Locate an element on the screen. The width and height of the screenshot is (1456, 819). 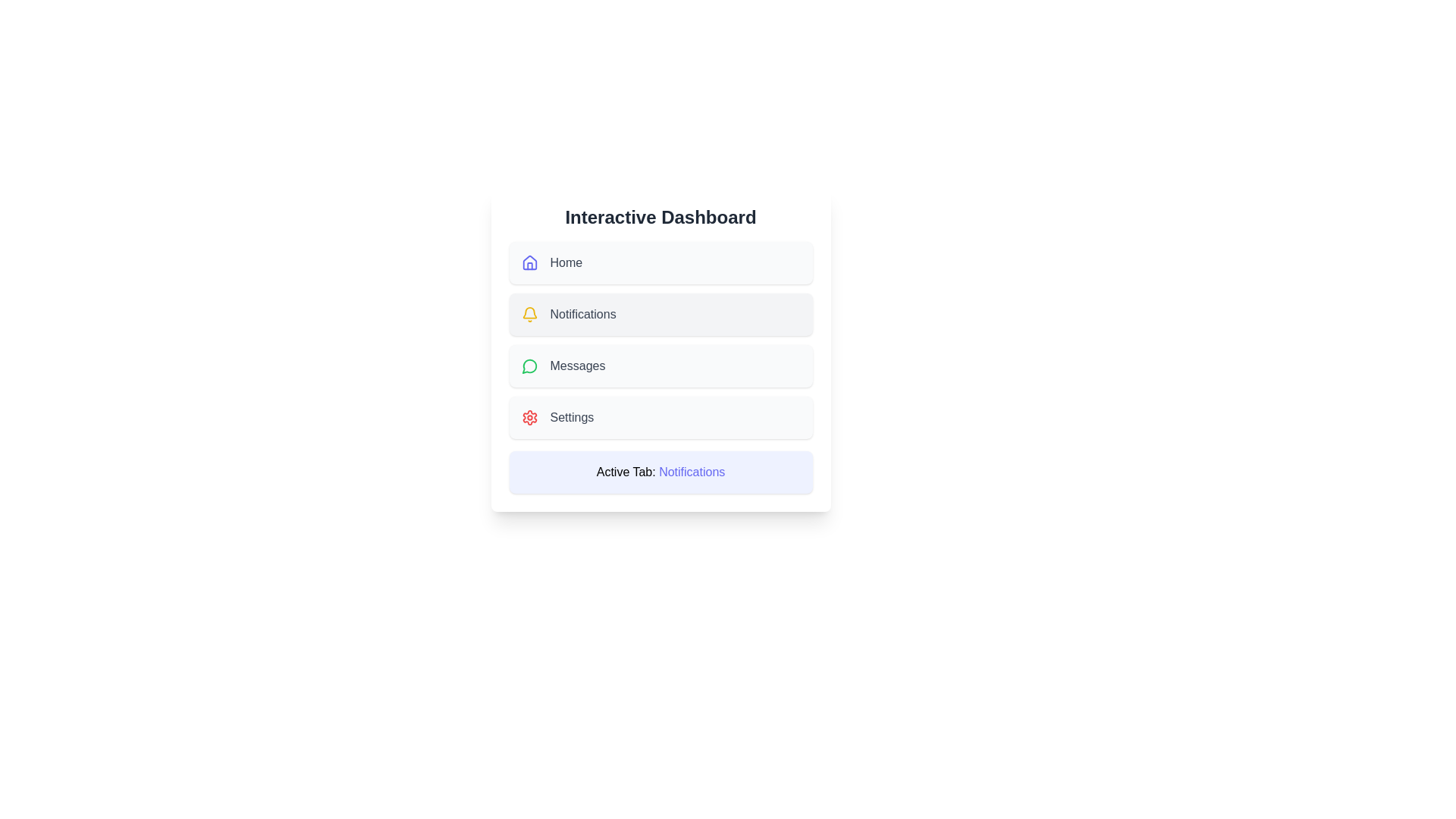
the menu item icon corresponding to Notifications is located at coordinates (529, 314).